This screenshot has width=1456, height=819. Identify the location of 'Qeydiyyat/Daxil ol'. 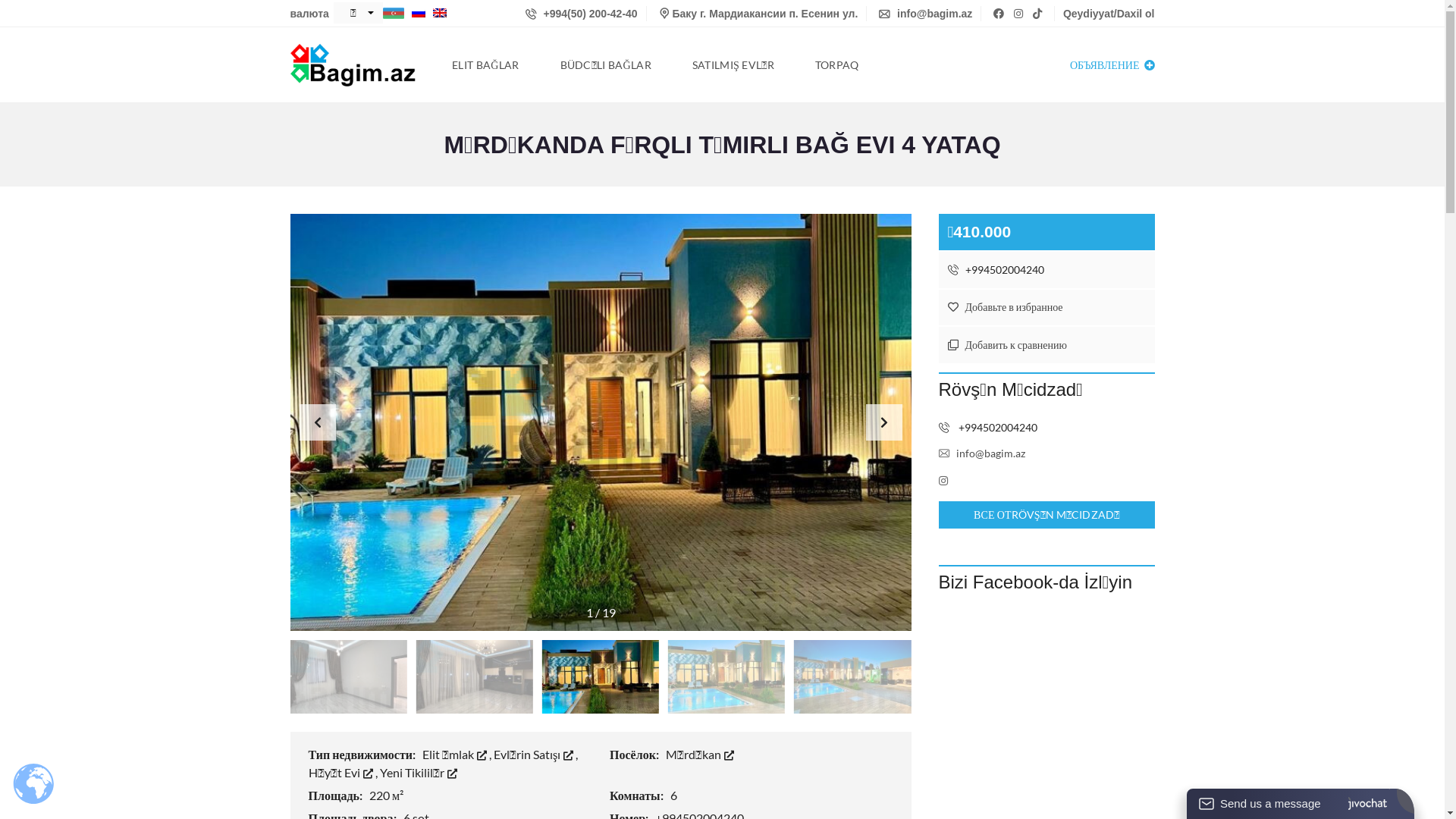
(1062, 14).